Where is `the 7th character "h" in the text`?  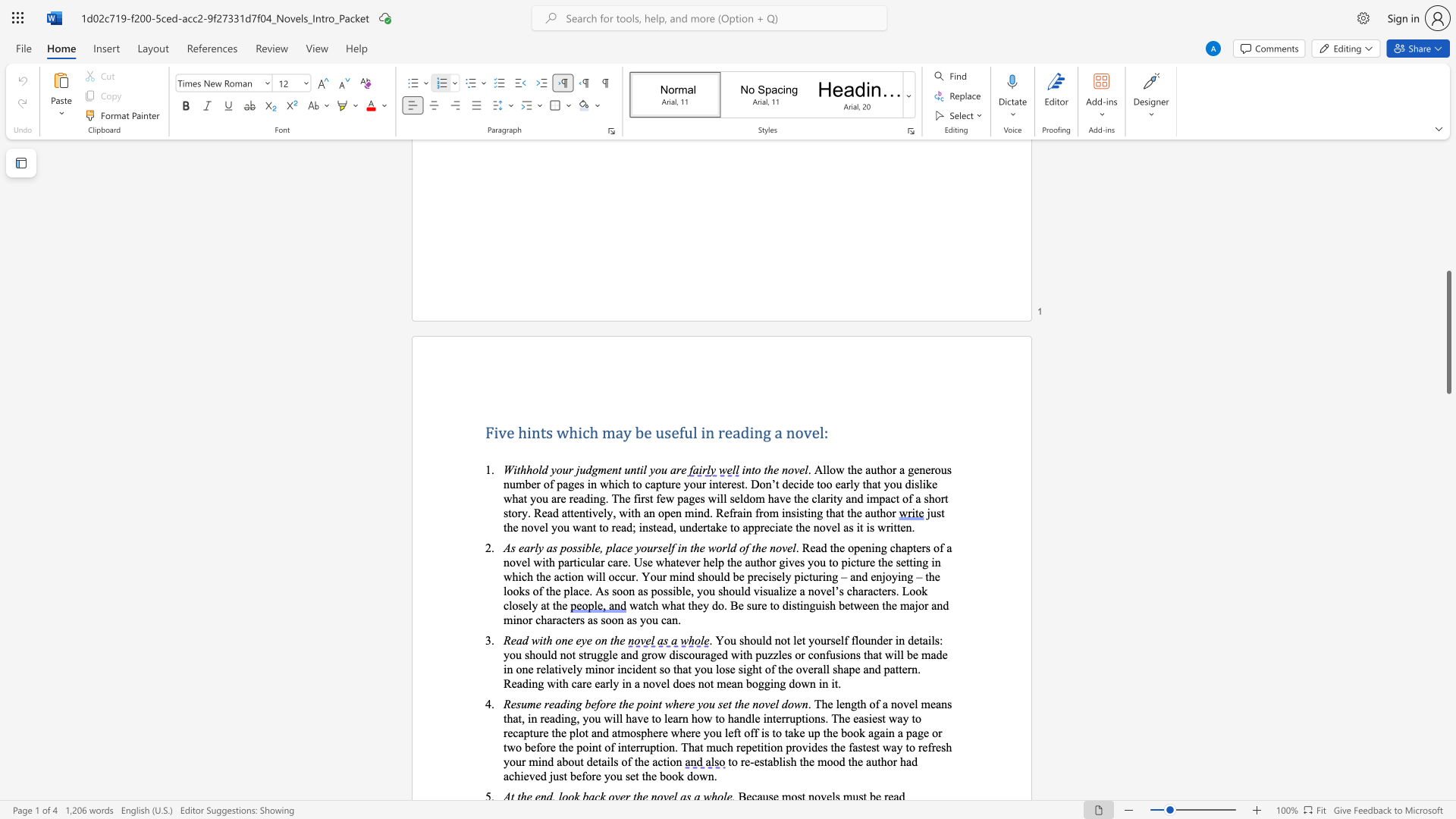 the 7th character "h" in the text is located at coordinates (648, 776).